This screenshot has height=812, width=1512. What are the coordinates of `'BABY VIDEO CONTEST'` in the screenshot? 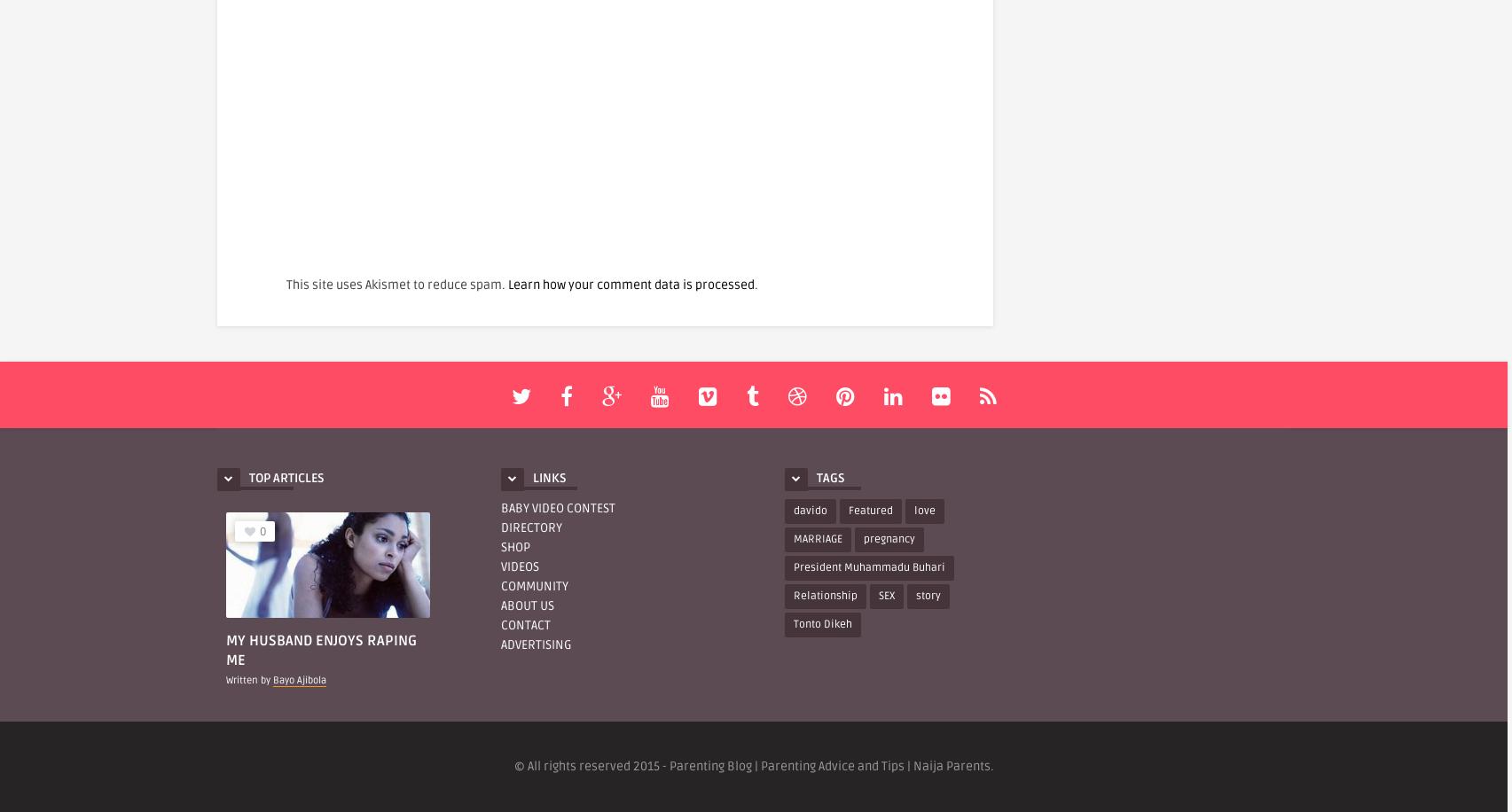 It's located at (558, 506).